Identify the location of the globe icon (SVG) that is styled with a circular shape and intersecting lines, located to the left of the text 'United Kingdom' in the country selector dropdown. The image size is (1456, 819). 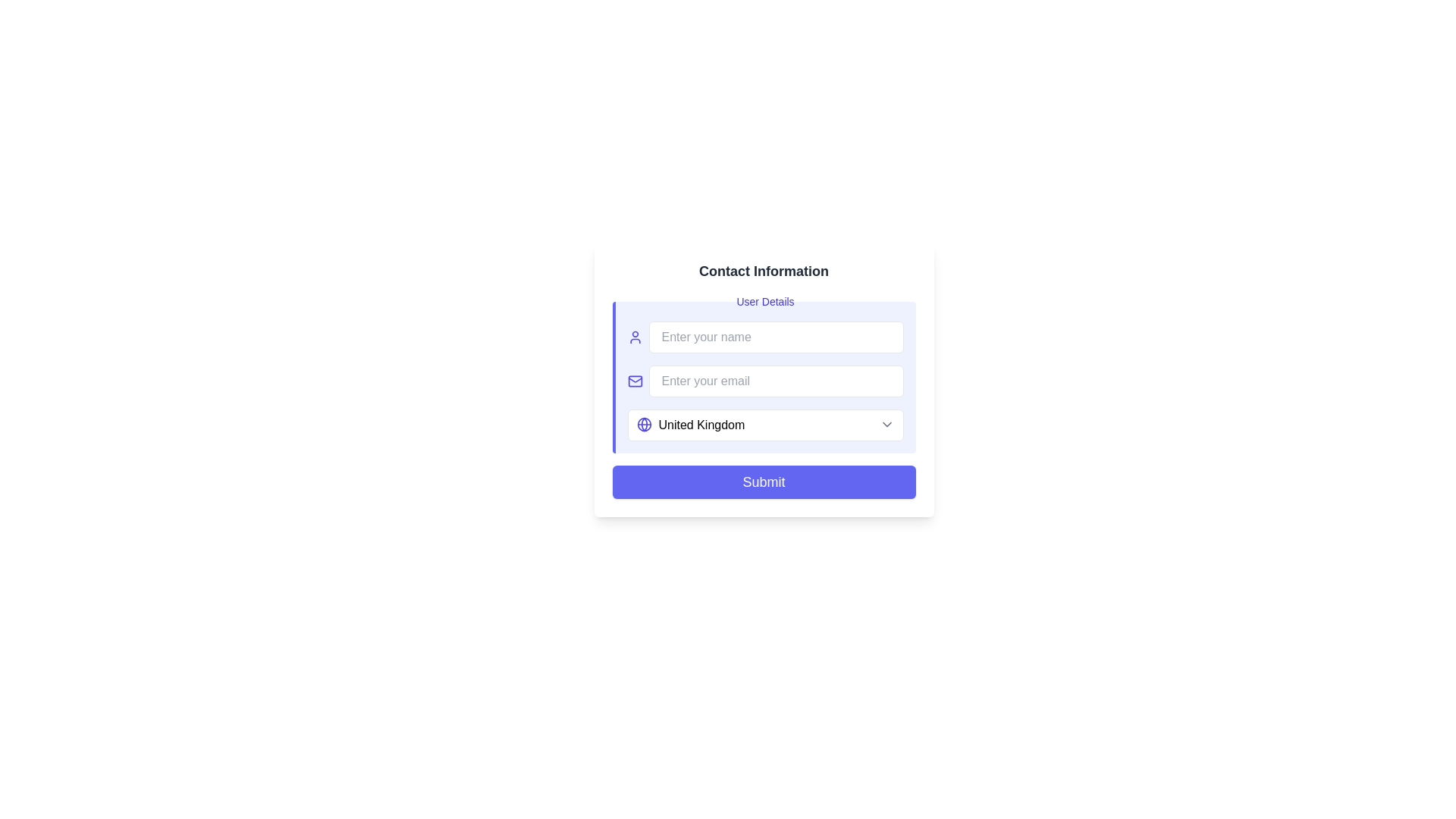
(644, 424).